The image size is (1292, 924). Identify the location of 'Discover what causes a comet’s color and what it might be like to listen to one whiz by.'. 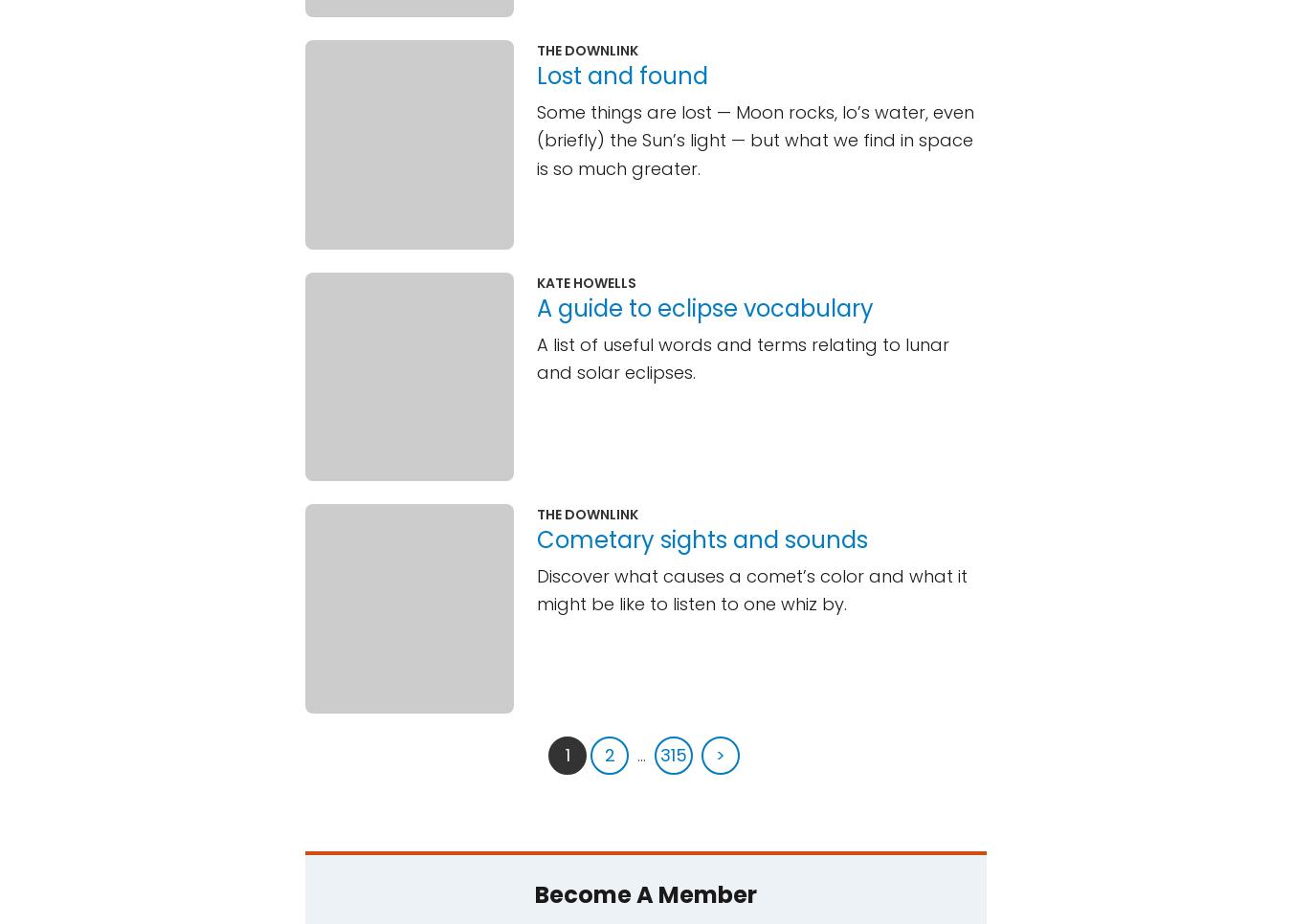
(750, 589).